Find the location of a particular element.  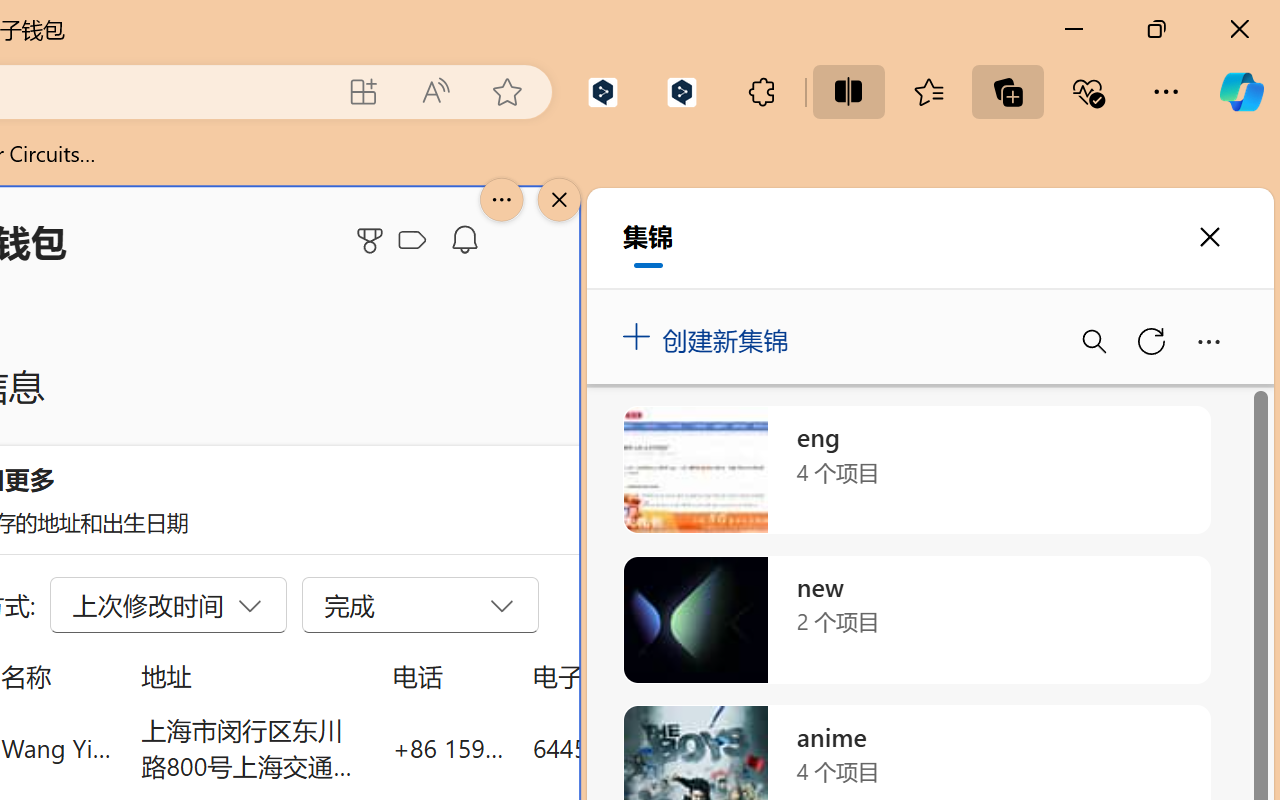

'Class: ___1lmltc5 f1agt3bx f12qytpq' is located at coordinates (411, 240).